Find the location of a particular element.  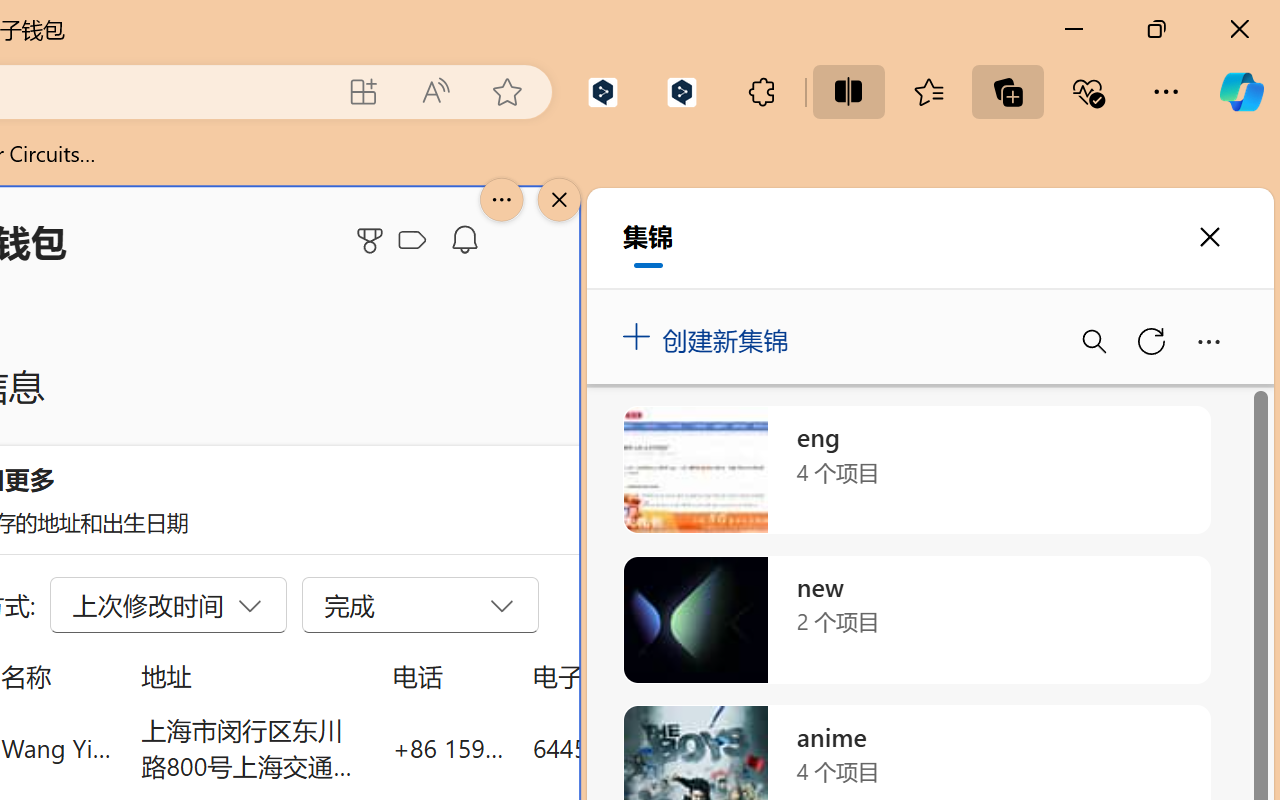

'Class: ___1lmltc5 f1agt3bx f12qytpq' is located at coordinates (411, 240).